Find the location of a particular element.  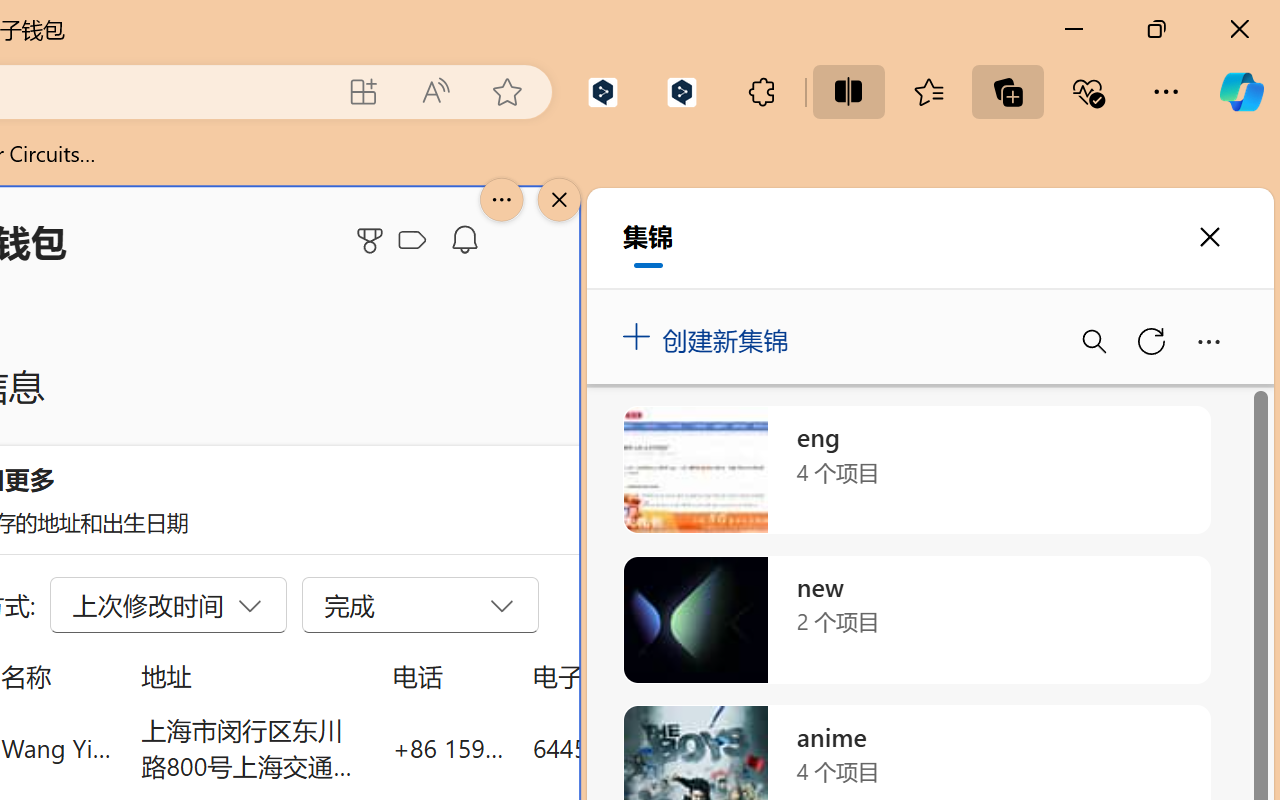

'Class: ___1lmltc5 f1agt3bx f12qytpq' is located at coordinates (411, 240).